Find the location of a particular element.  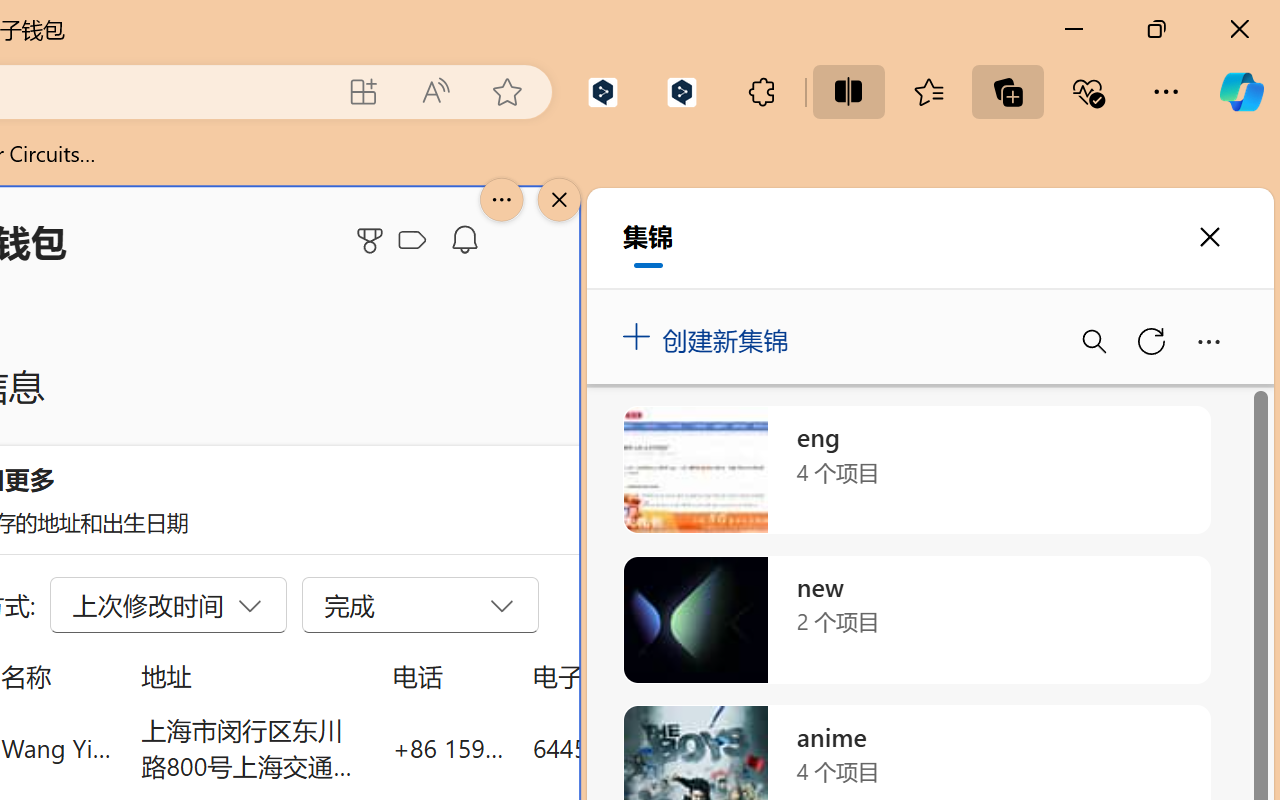

'Class: ___1lmltc5 f1agt3bx f12qytpq' is located at coordinates (411, 240).